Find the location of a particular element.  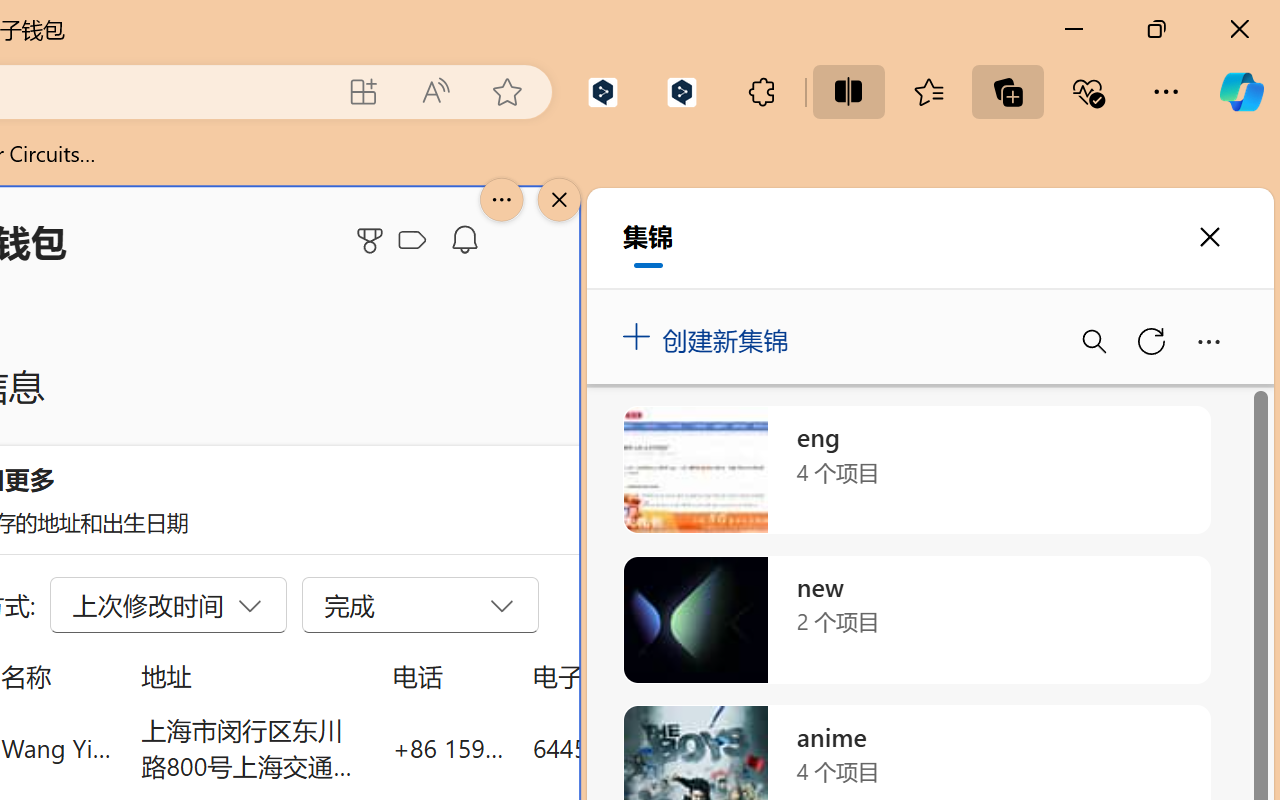

'Class: ___1lmltc5 f1agt3bx f12qytpq' is located at coordinates (411, 240).